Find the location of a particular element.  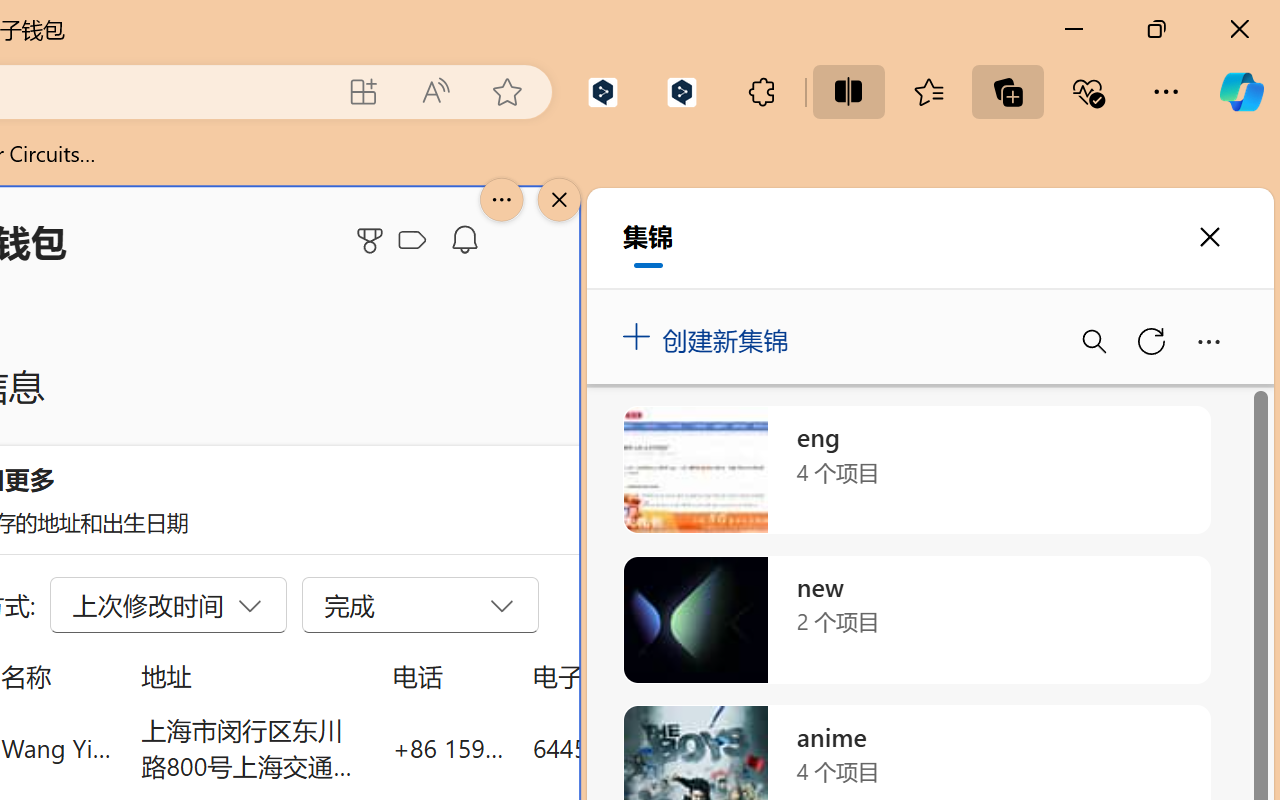

'Class: ___1lmltc5 f1agt3bx f12qytpq' is located at coordinates (411, 240).